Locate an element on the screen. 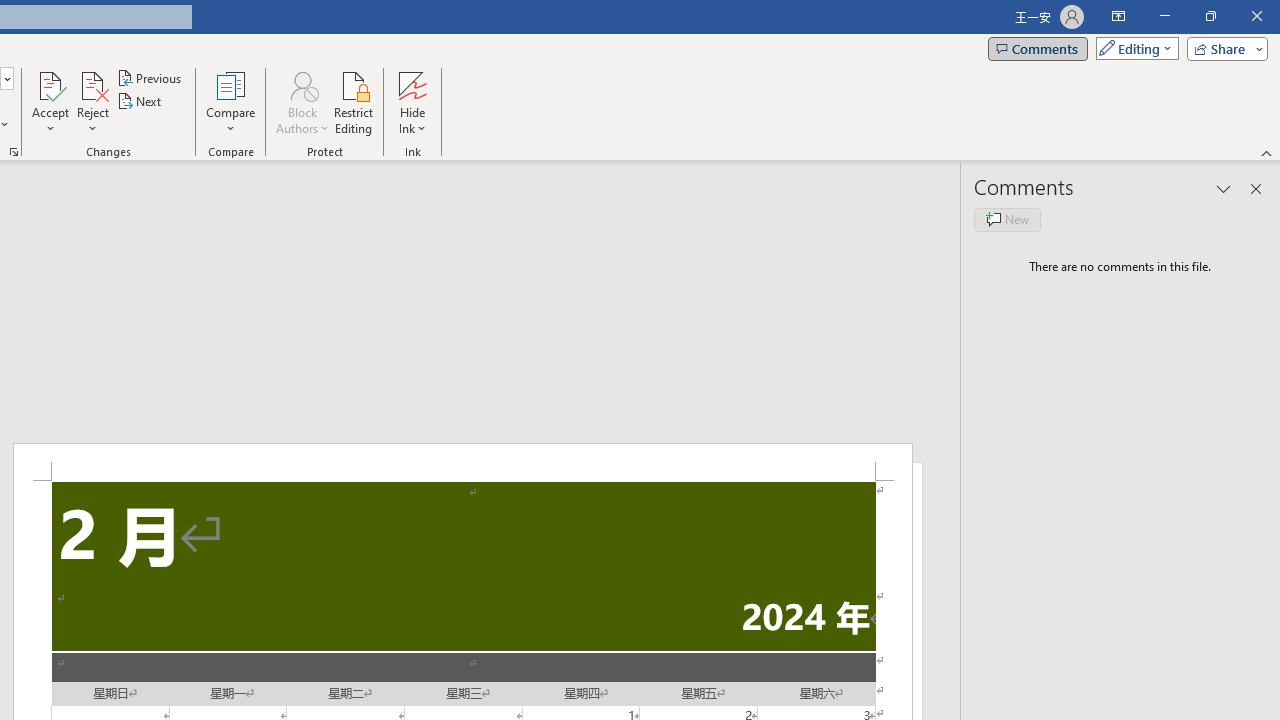 The image size is (1280, 720). 'Compare' is located at coordinates (231, 103).